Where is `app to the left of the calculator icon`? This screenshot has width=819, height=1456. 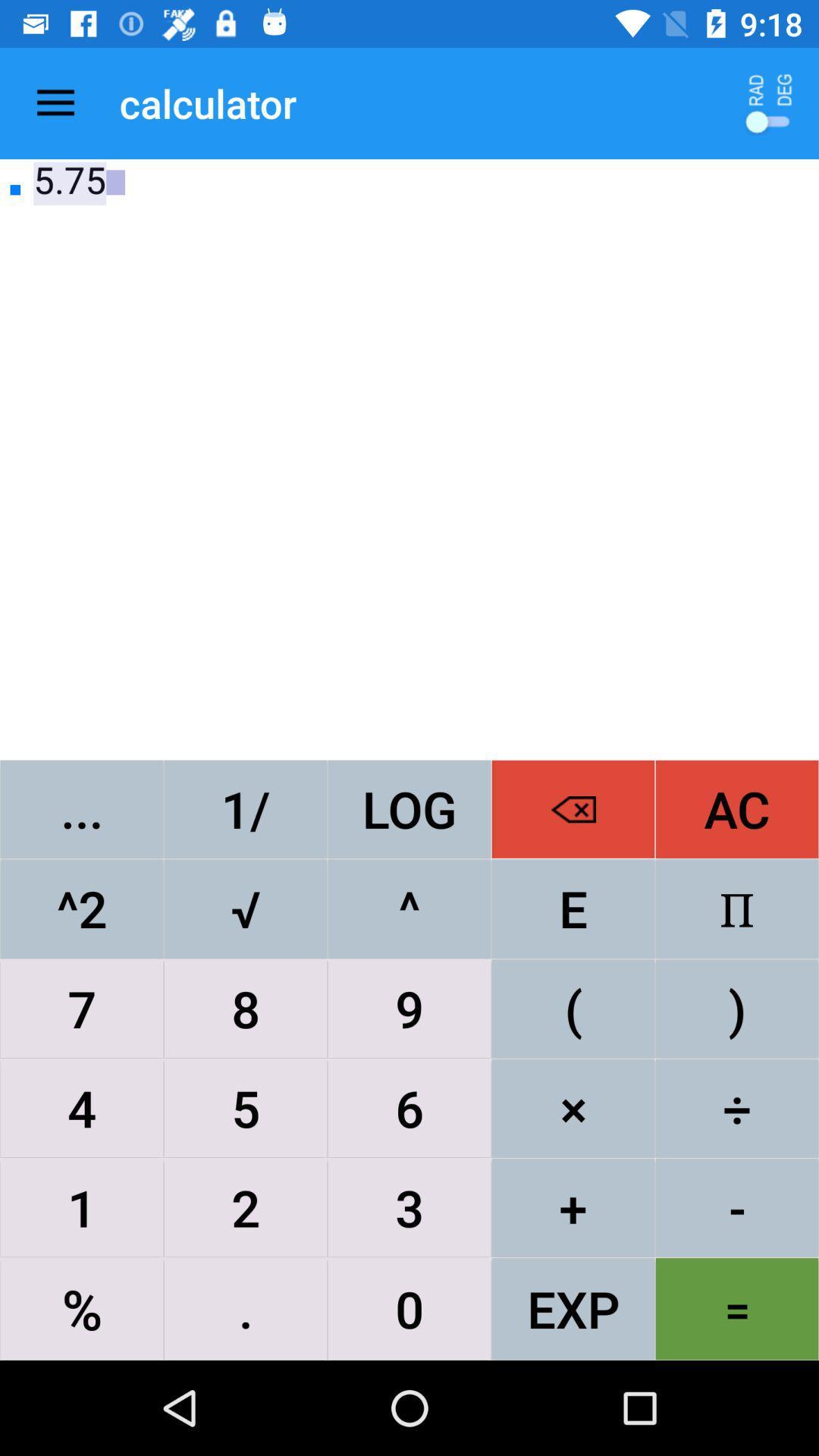
app to the left of the calculator icon is located at coordinates (55, 102).